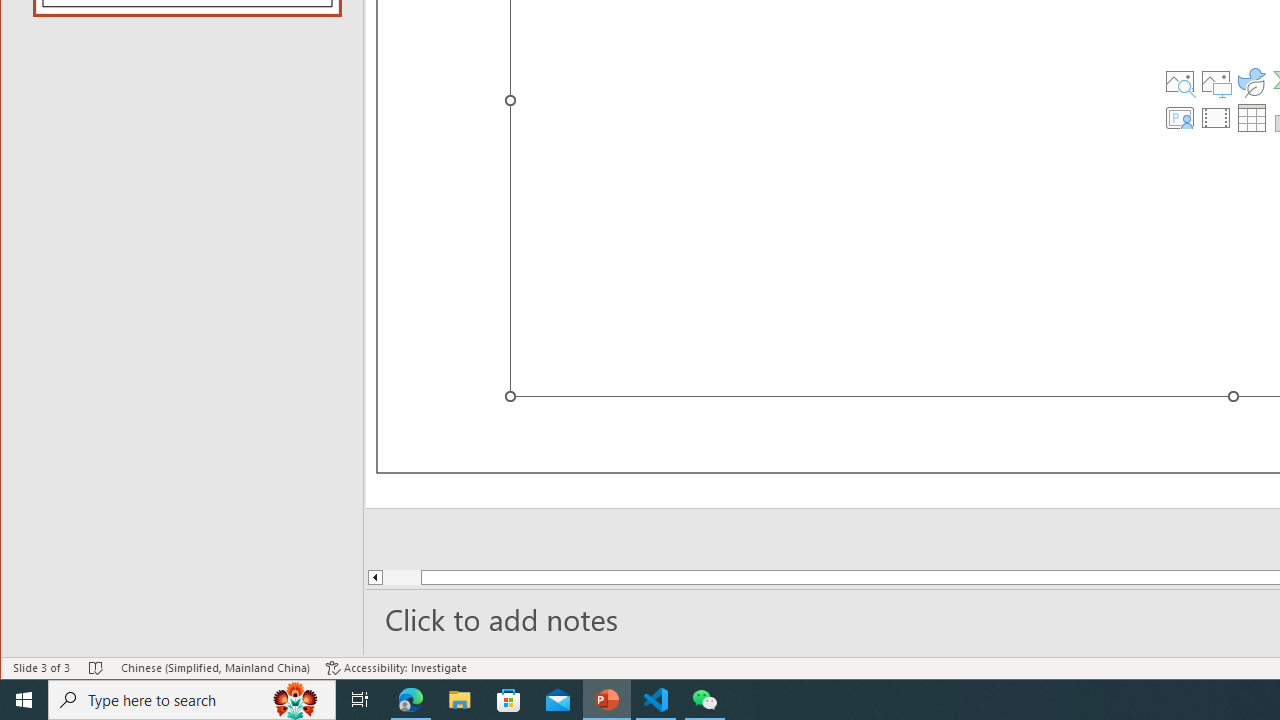 The height and width of the screenshot is (720, 1280). What do you see at coordinates (359, 698) in the screenshot?
I see `'Task View'` at bounding box center [359, 698].